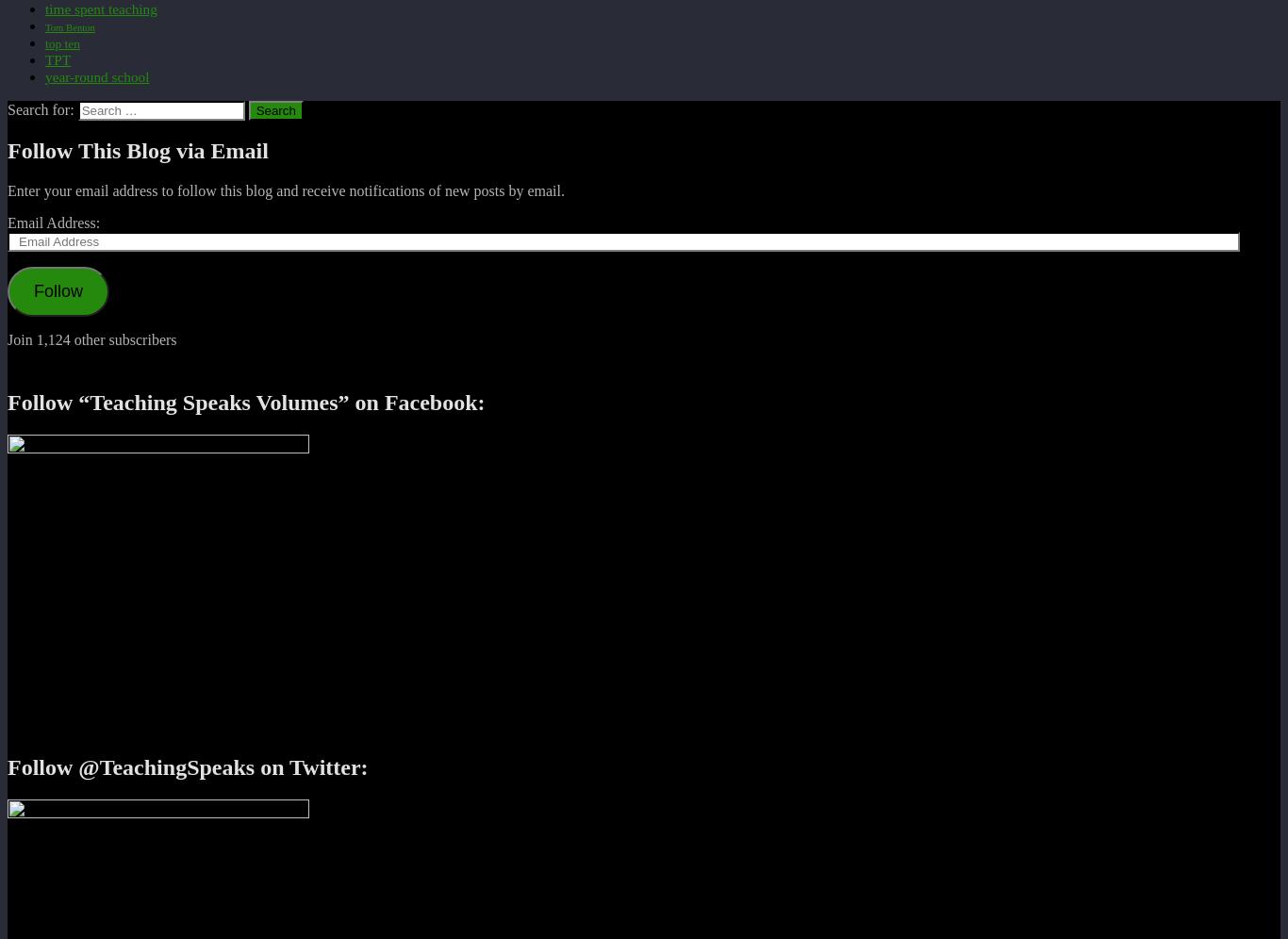 This screenshot has height=939, width=1288. Describe the element at coordinates (187, 766) in the screenshot. I see `'Follow @TeachingSpeaks on Twitter:'` at that location.